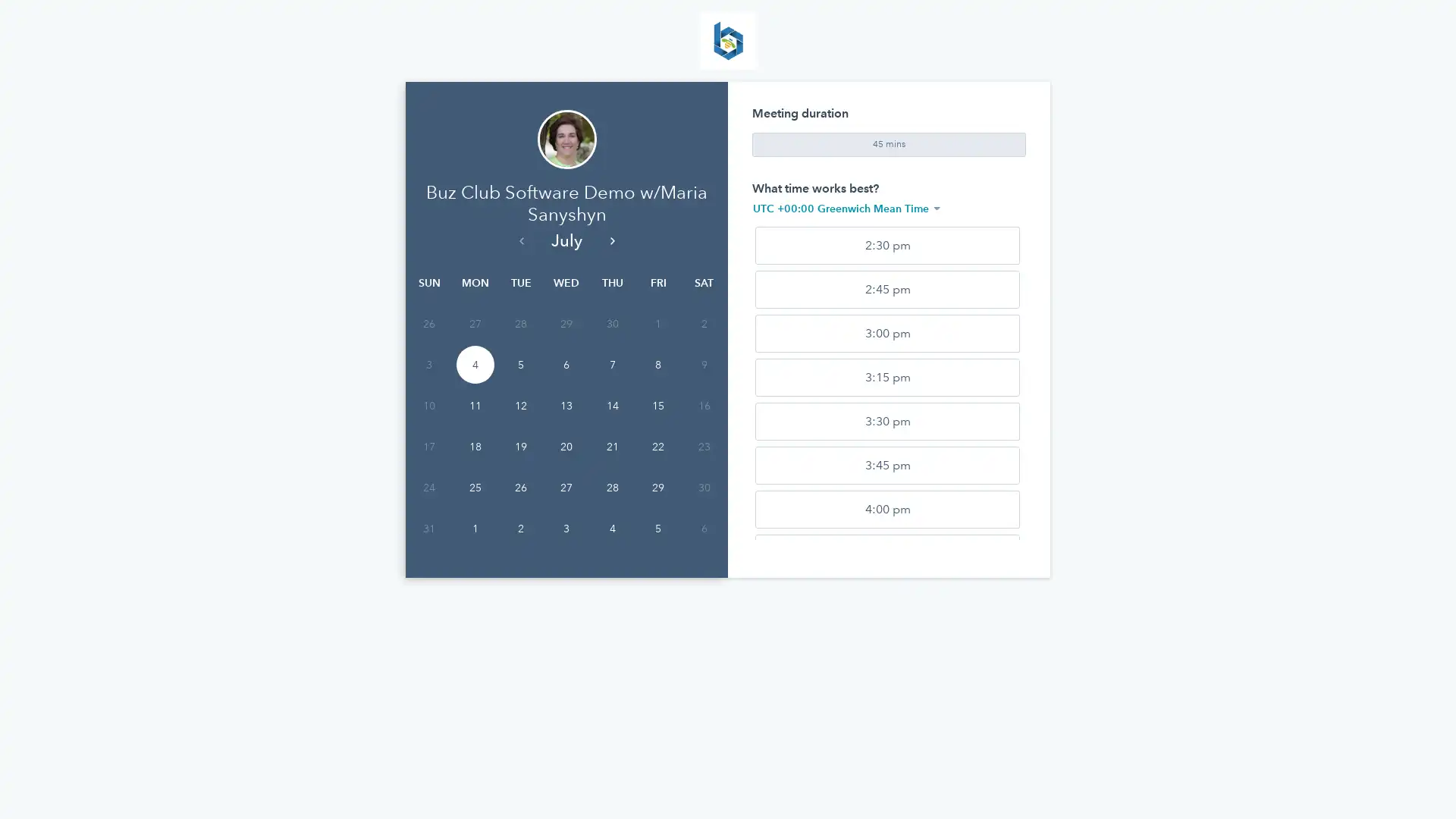 The image size is (1456, 819). I want to click on July 26th, so click(520, 488).